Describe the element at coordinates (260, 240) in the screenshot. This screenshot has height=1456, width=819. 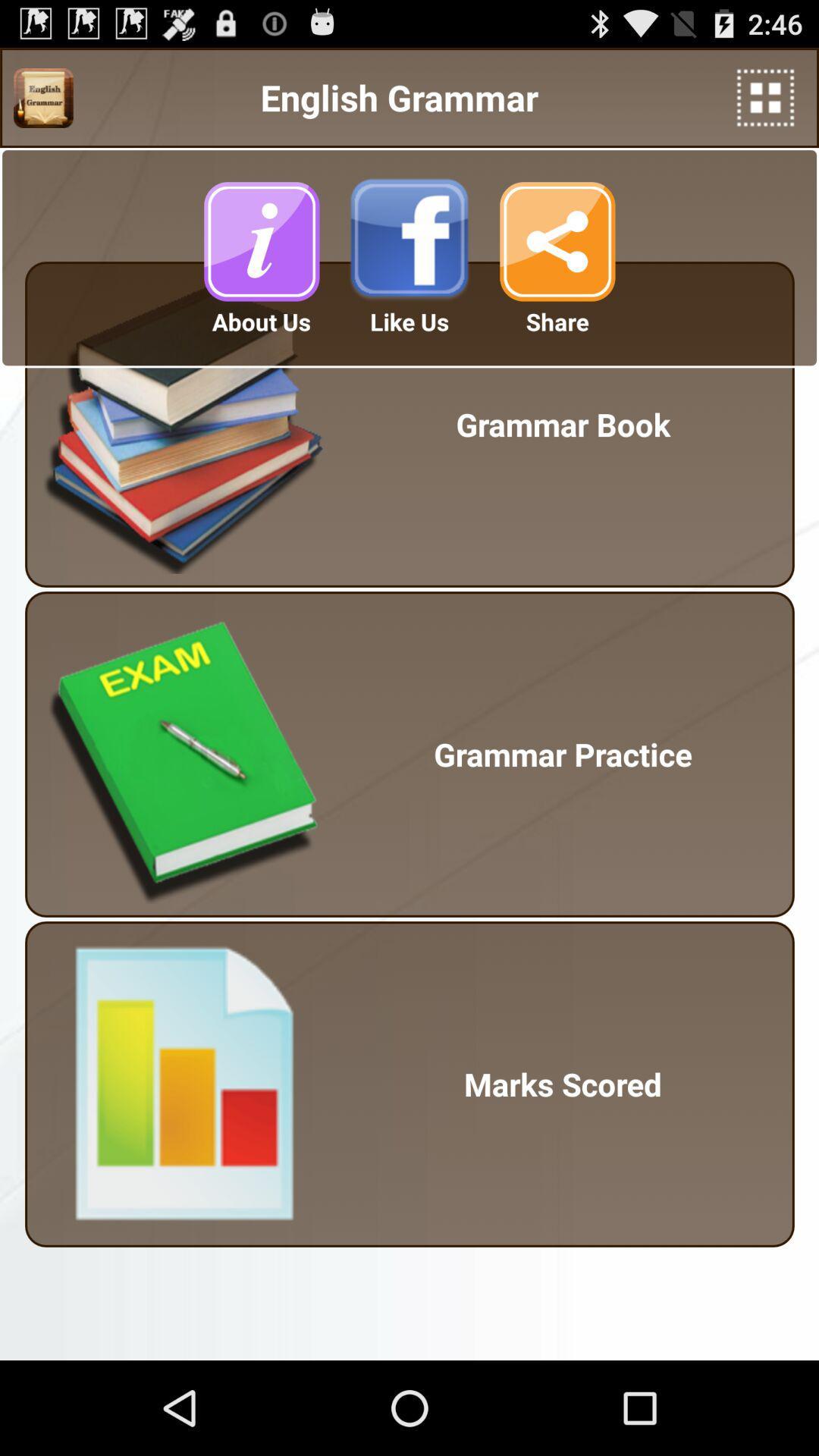
I see `the item below english grammar item` at that location.